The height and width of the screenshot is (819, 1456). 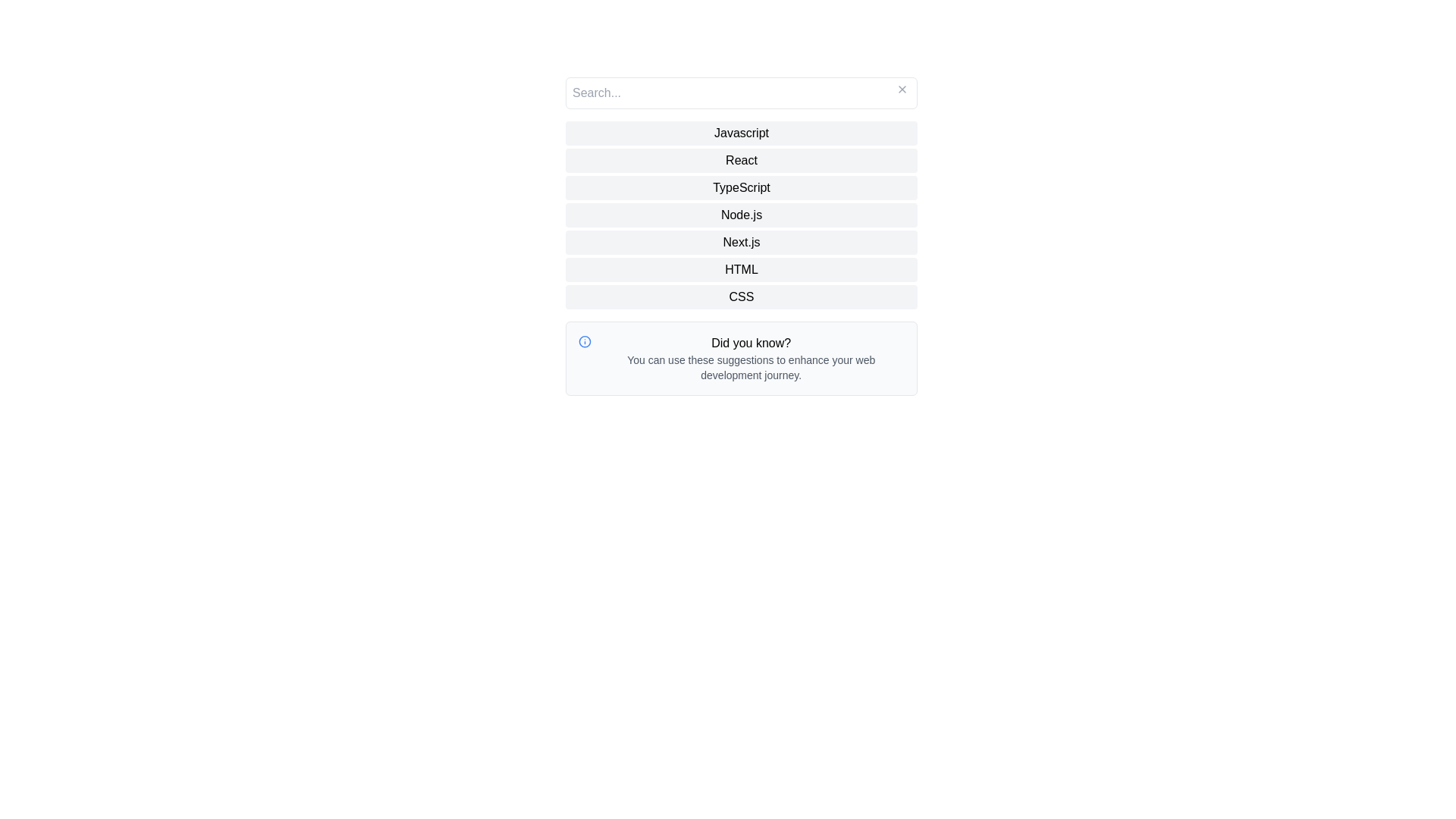 What do you see at coordinates (742, 297) in the screenshot?
I see `the 'CSS' button at the bottom of the list` at bounding box center [742, 297].